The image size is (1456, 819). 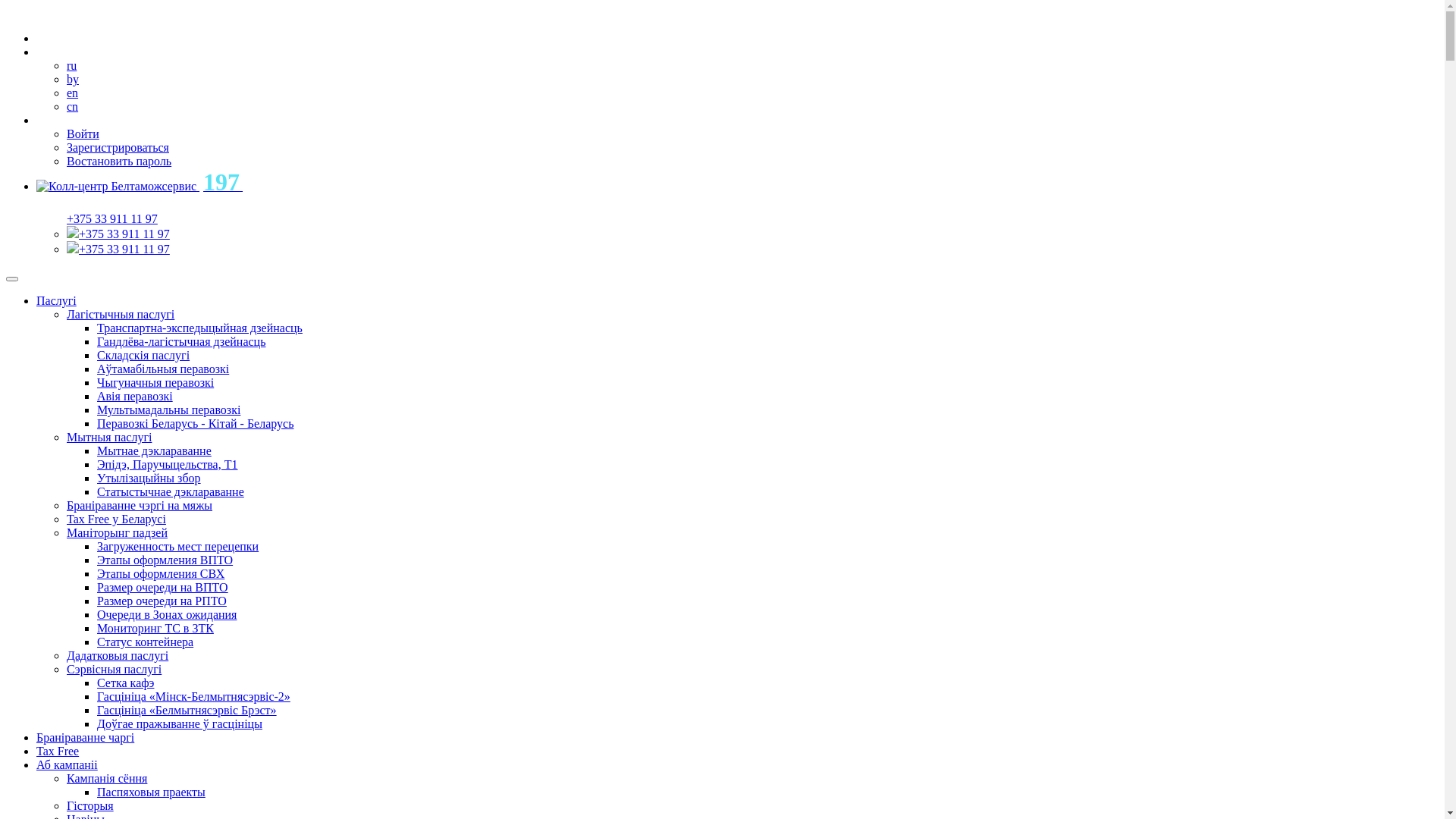 What do you see at coordinates (139, 185) in the screenshot?
I see `'197'` at bounding box center [139, 185].